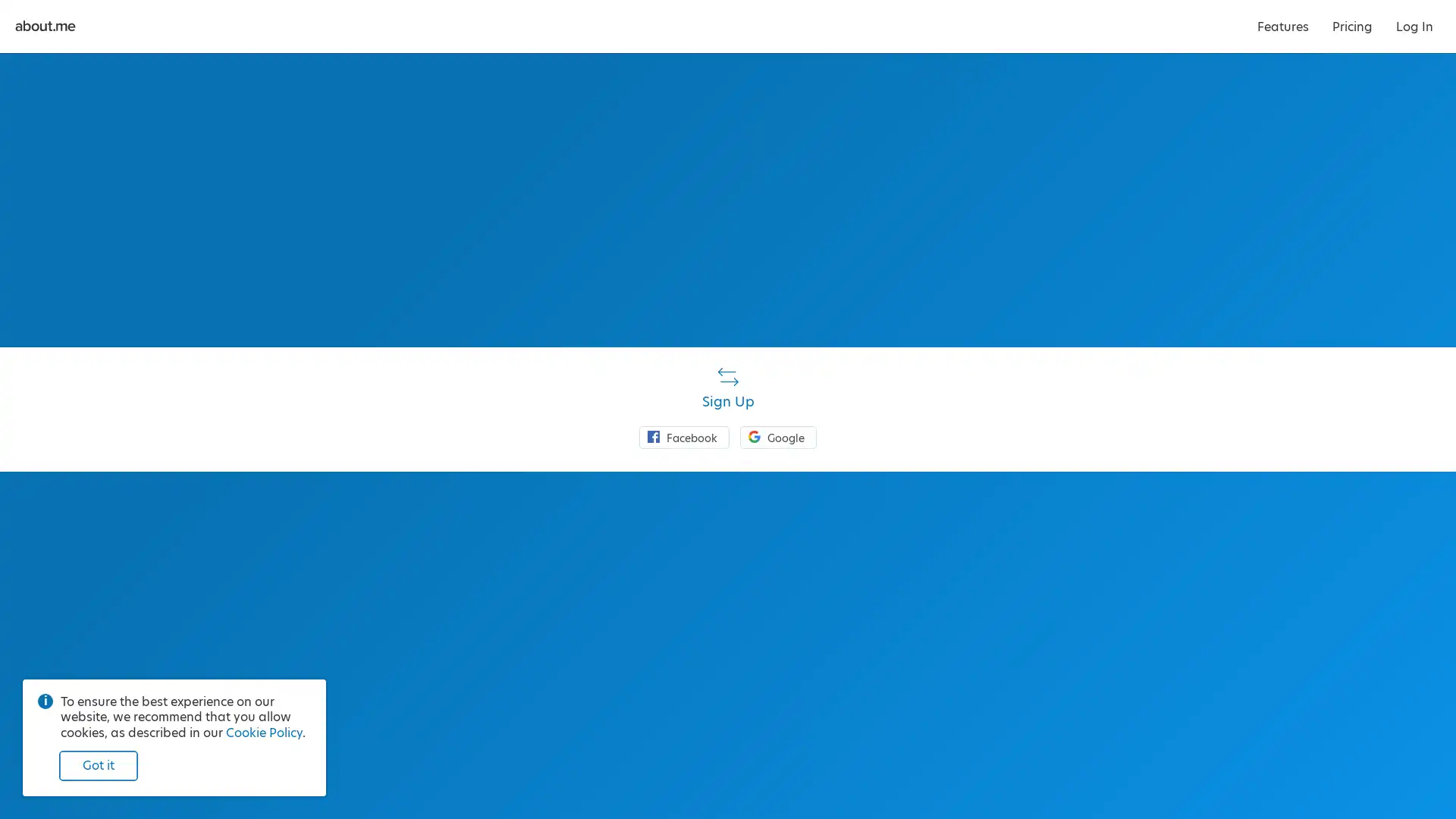 This screenshot has height=819, width=1456. I want to click on Got it, so click(97, 766).